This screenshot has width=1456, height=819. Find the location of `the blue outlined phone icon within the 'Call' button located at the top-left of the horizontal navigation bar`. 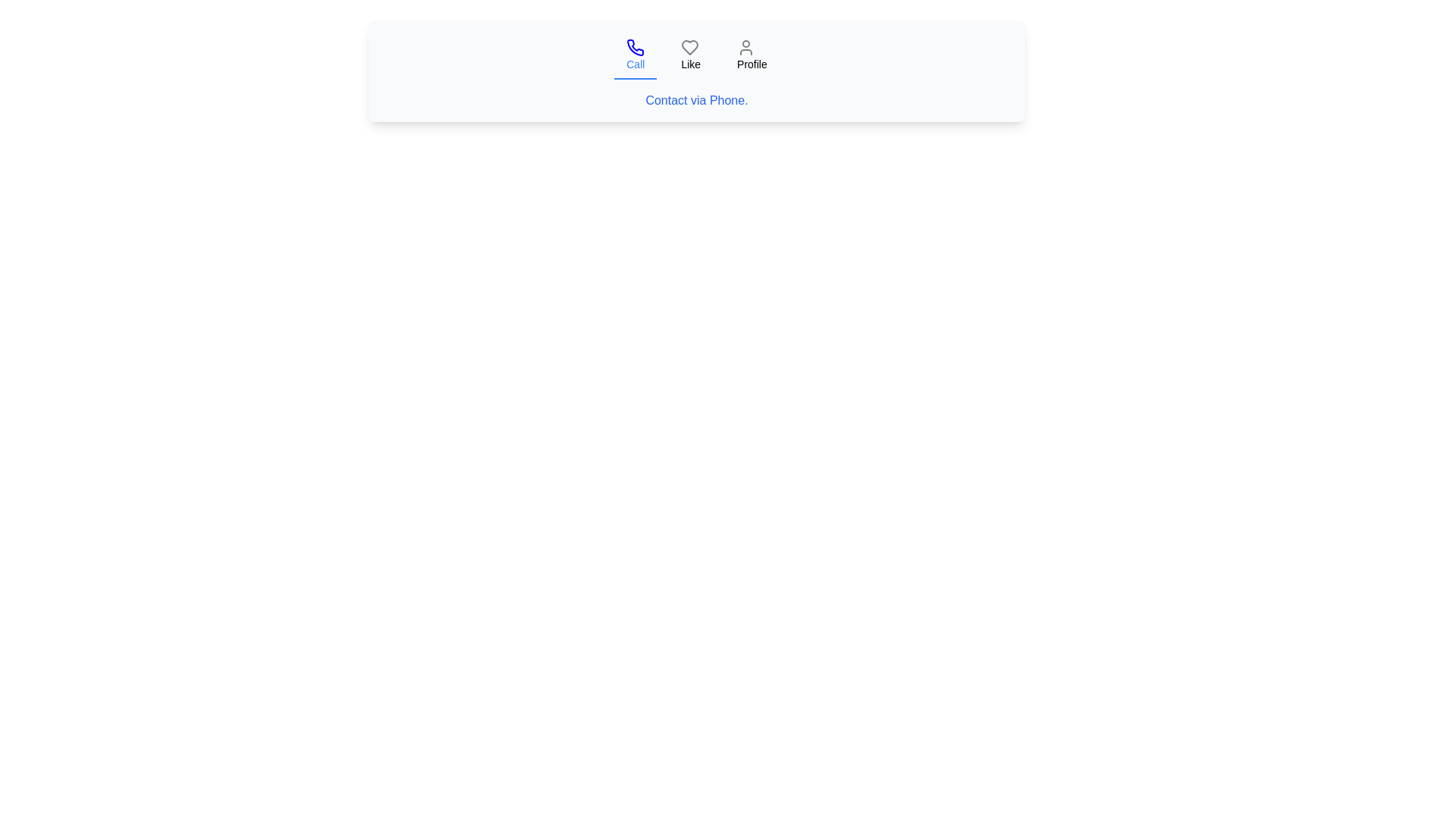

the blue outlined phone icon within the 'Call' button located at the top-left of the horizontal navigation bar is located at coordinates (635, 46).